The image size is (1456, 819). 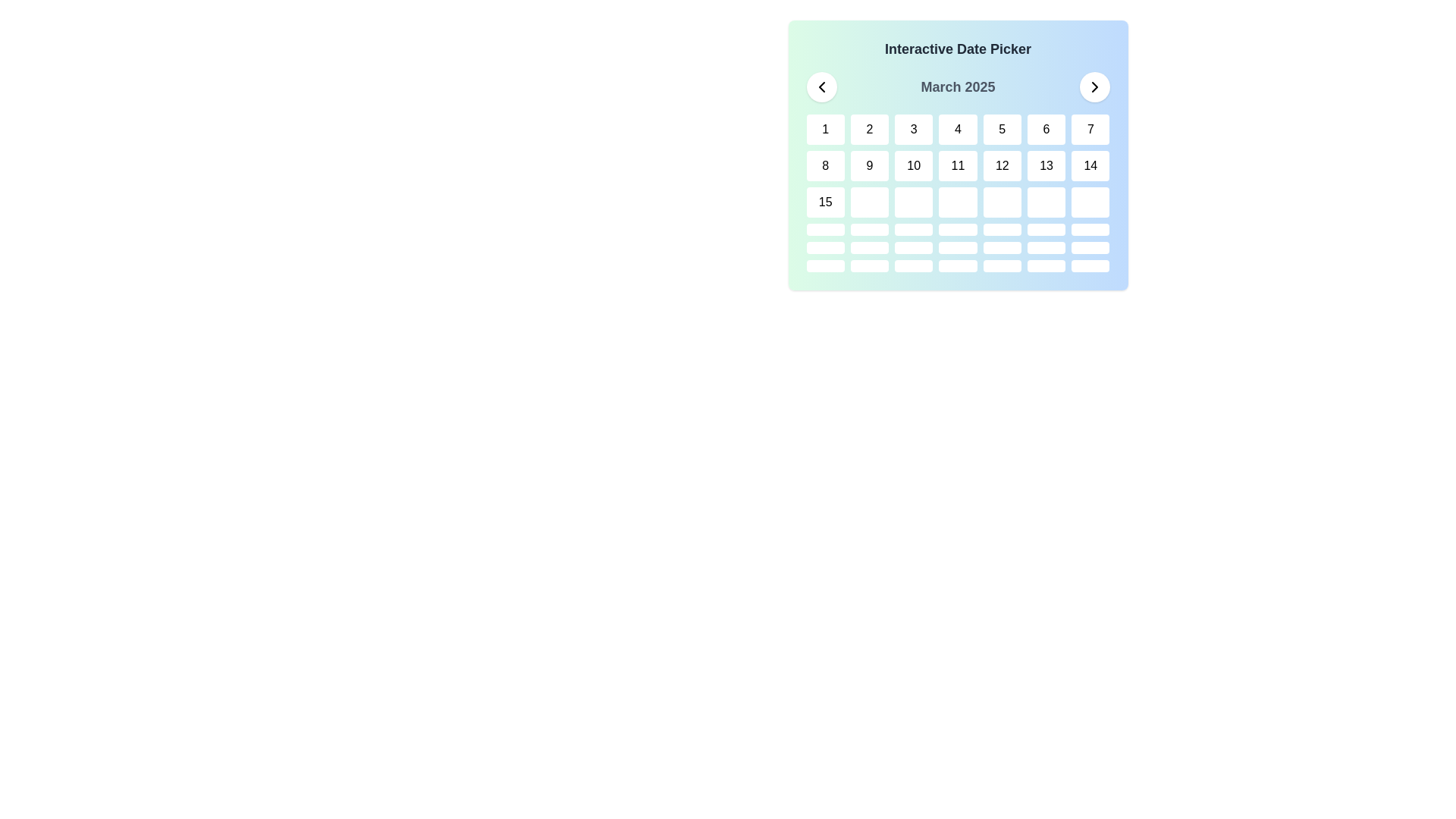 I want to click on the interactive cell button in the sixth column of the third row of the calendar interface for date selection under the 'March 2025' title, so click(x=1046, y=201).